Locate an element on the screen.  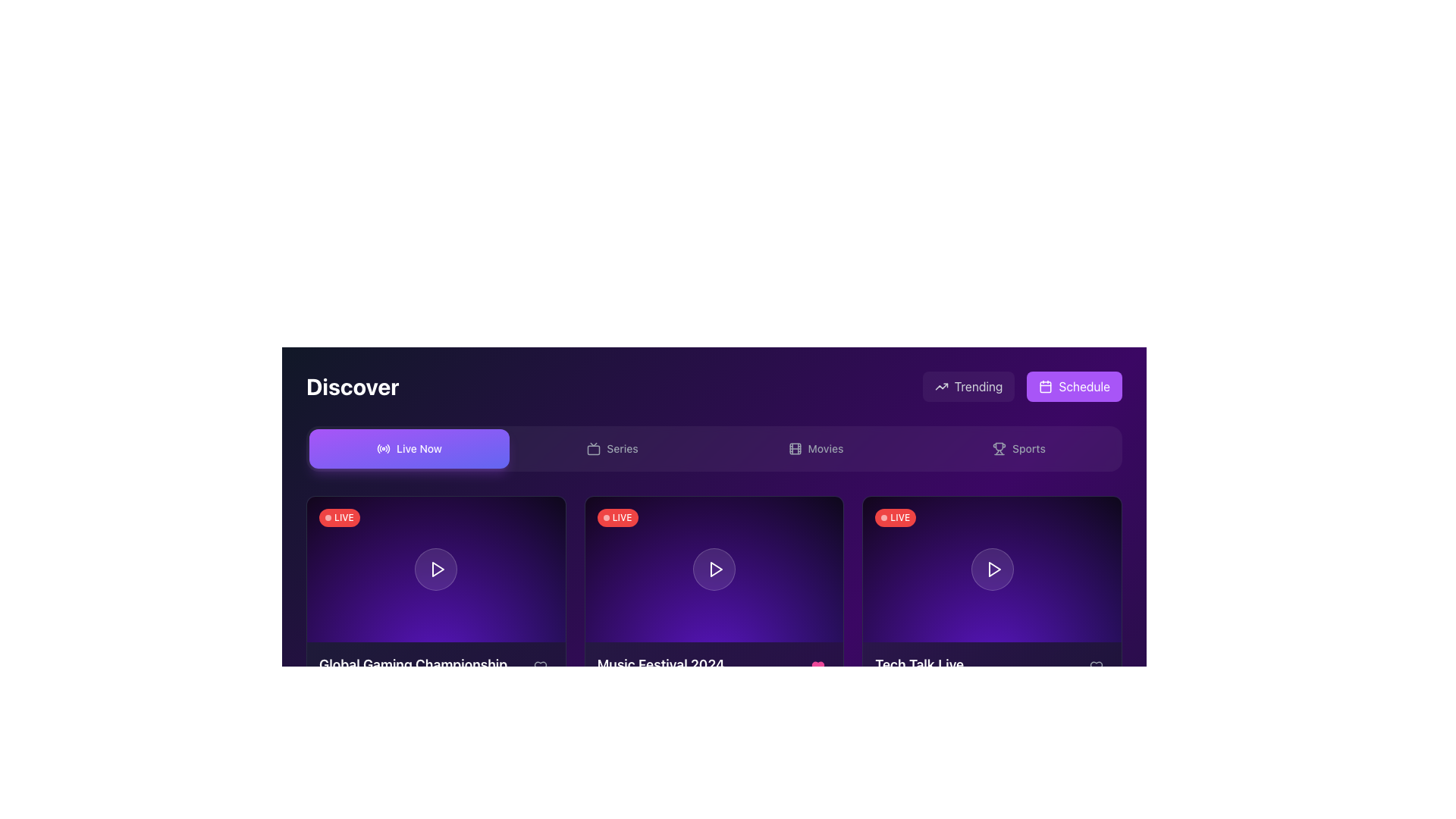
the play button, represented as a triangular icon is located at coordinates (715, 569).